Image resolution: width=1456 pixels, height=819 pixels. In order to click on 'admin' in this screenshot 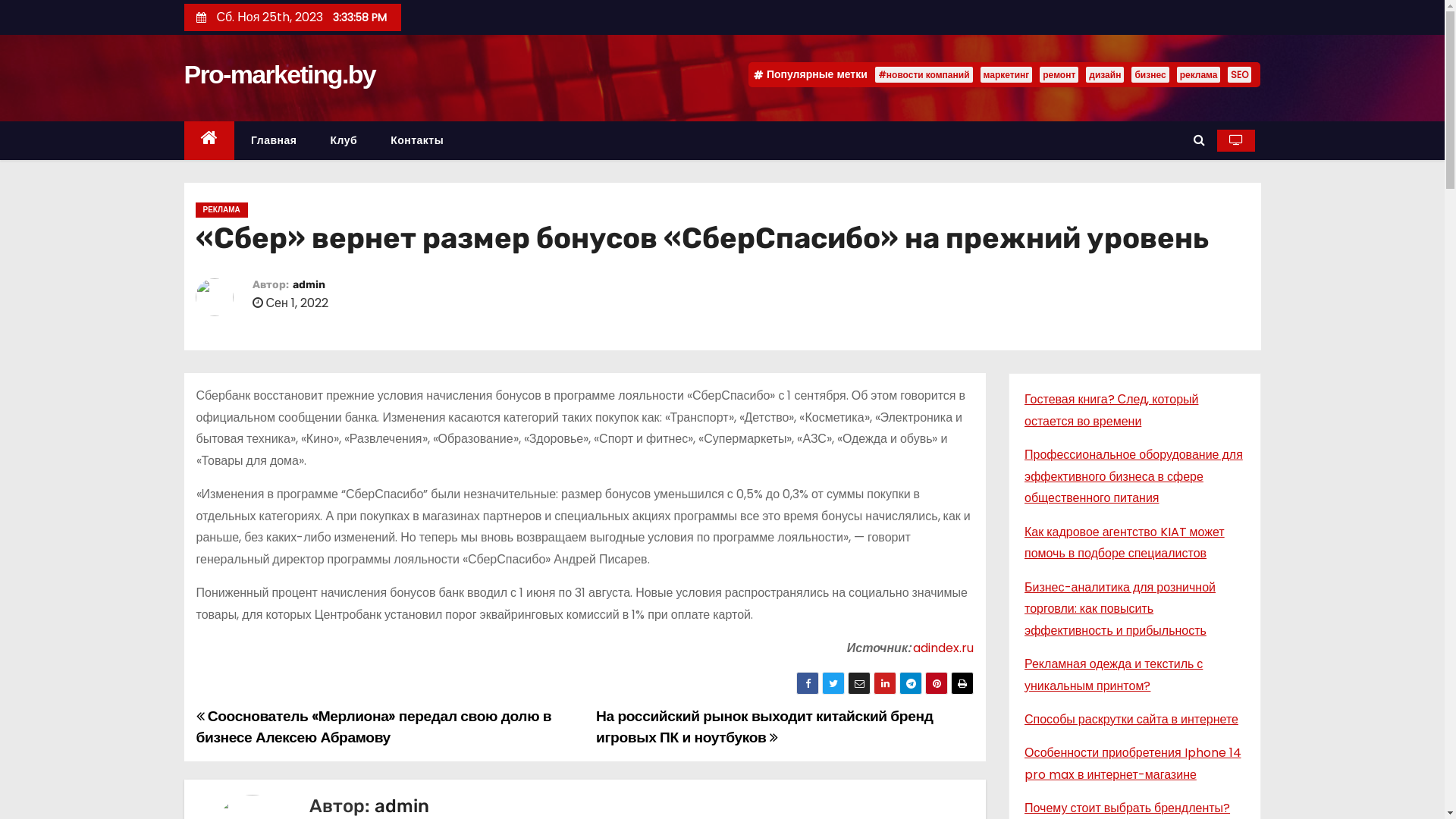, I will do `click(308, 284)`.